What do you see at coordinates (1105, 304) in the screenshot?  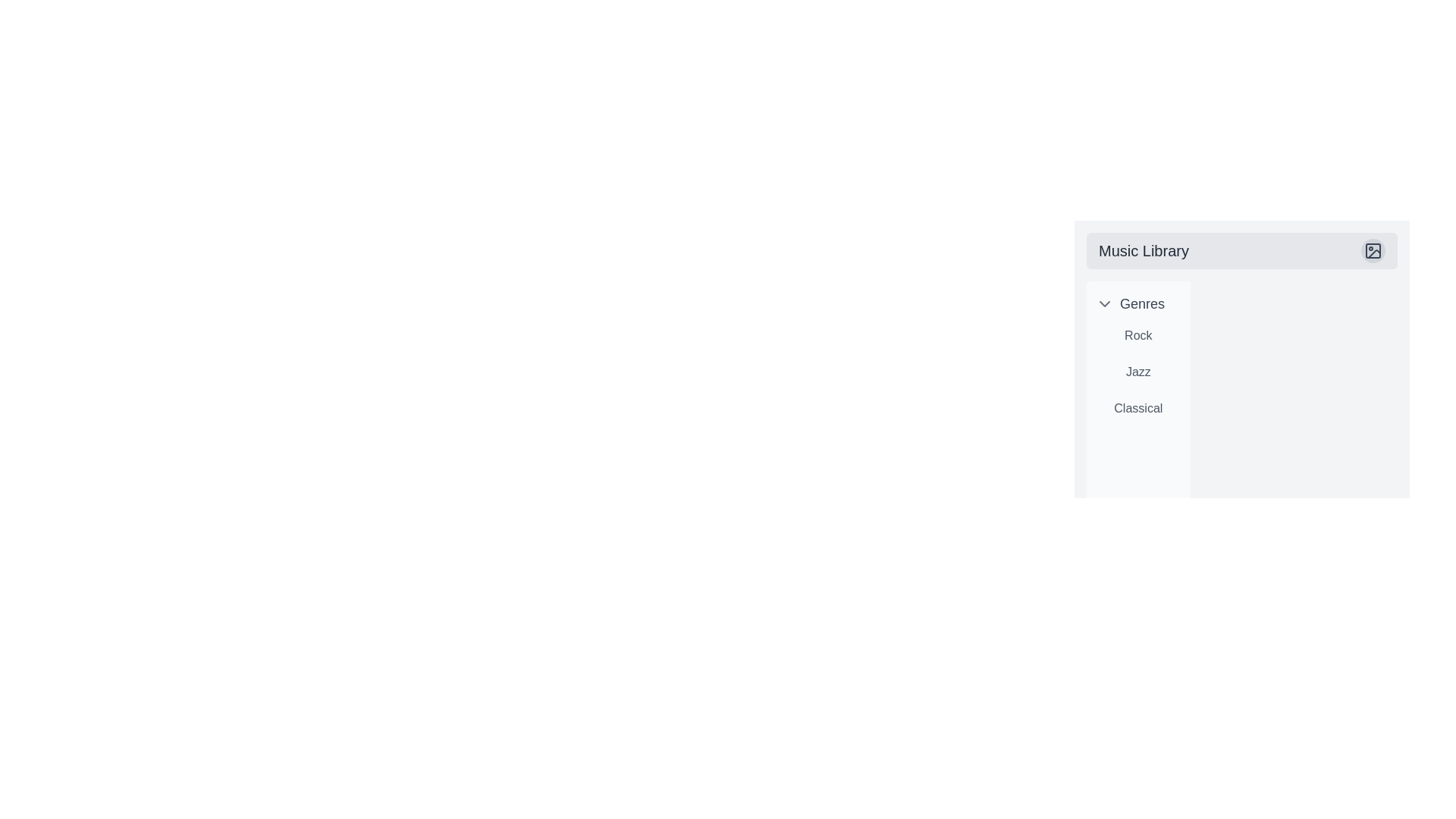 I see `the downward-facing gray chevron icon located next to the 'Genres' text in the sidebar` at bounding box center [1105, 304].